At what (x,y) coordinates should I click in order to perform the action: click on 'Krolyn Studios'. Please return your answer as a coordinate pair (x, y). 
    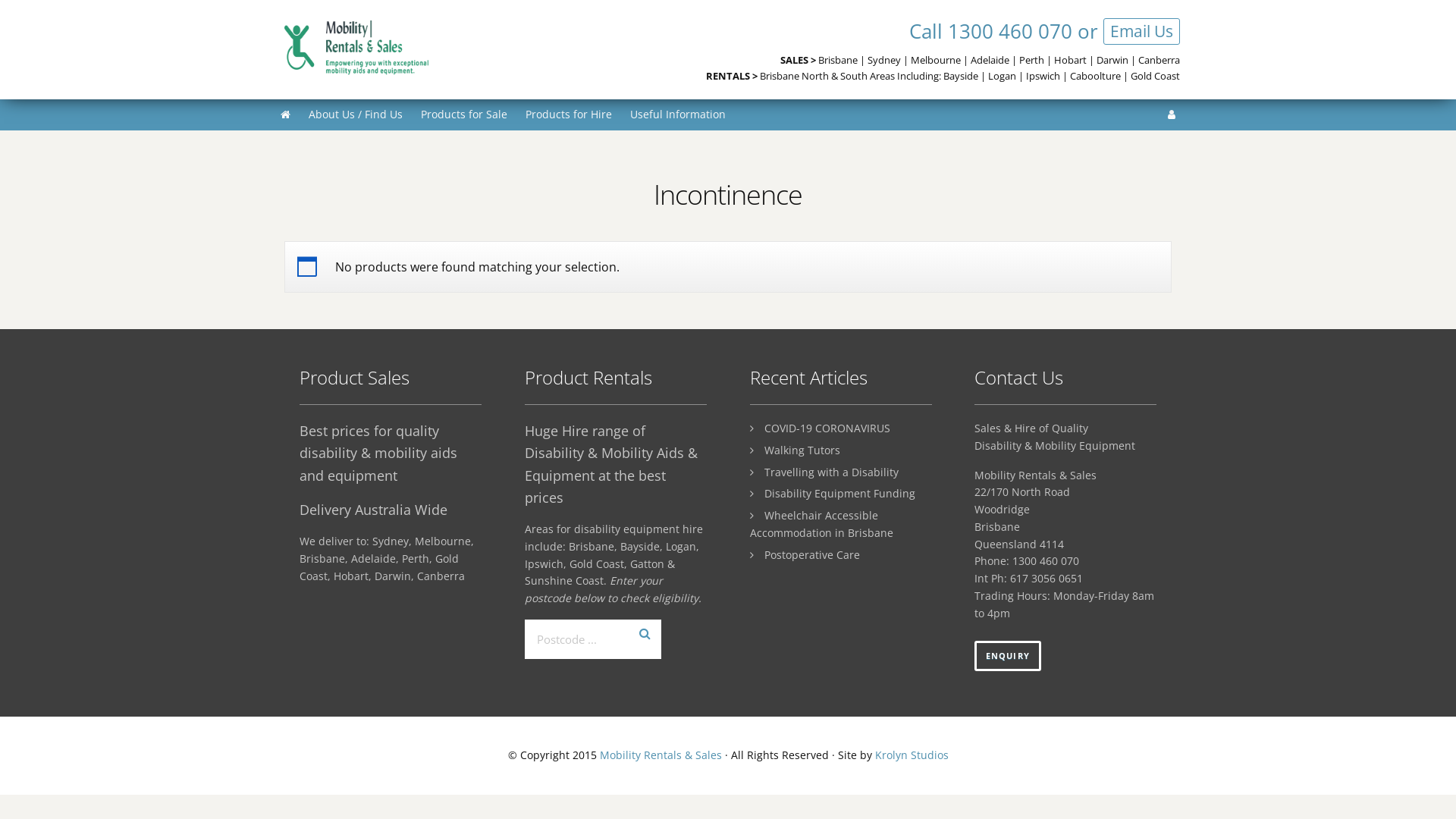
    Looking at the image, I should click on (911, 755).